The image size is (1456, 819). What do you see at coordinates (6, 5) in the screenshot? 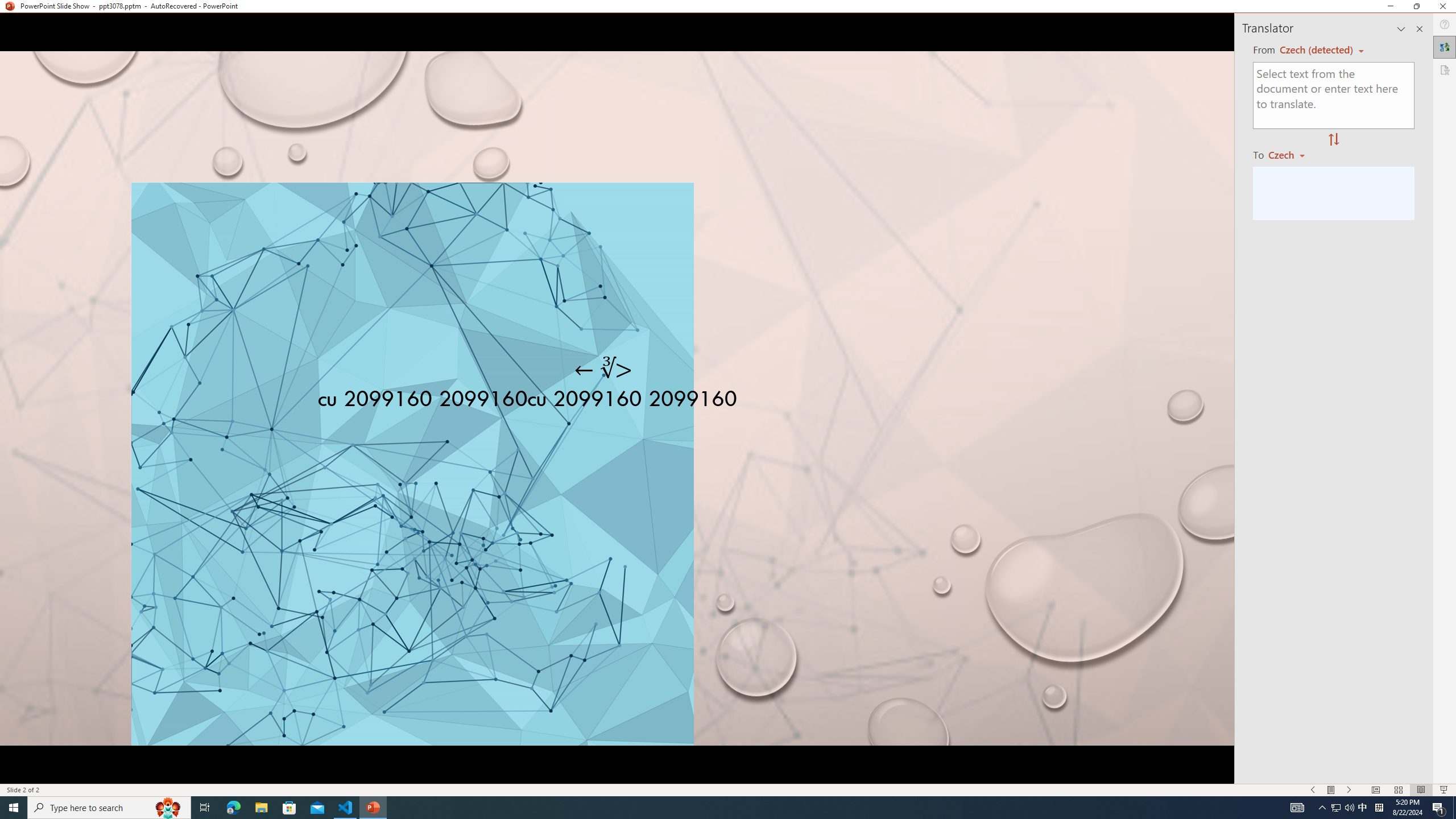
I see `'System'` at bounding box center [6, 5].